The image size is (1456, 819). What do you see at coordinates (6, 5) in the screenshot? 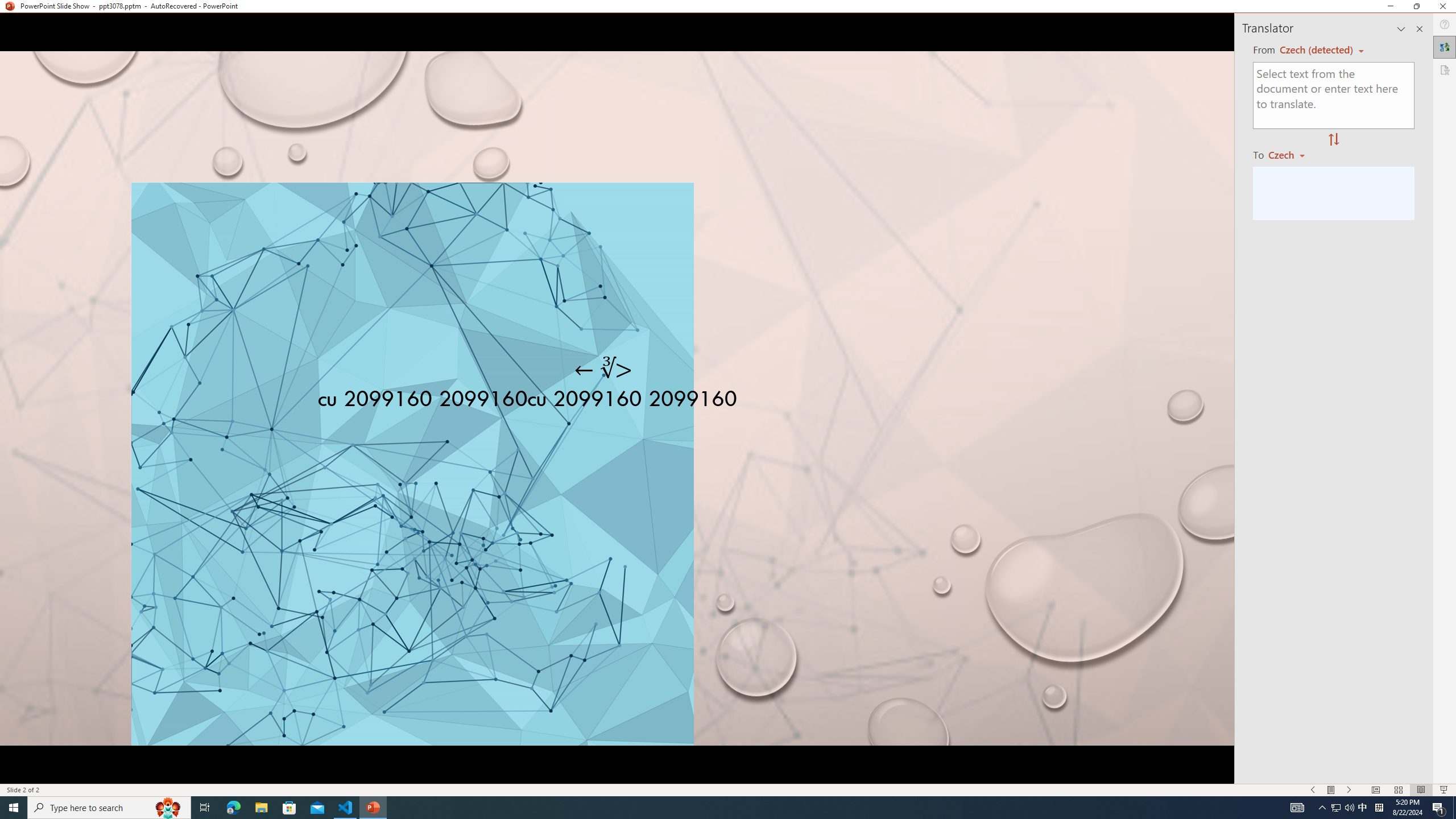
I see `'System'` at bounding box center [6, 5].